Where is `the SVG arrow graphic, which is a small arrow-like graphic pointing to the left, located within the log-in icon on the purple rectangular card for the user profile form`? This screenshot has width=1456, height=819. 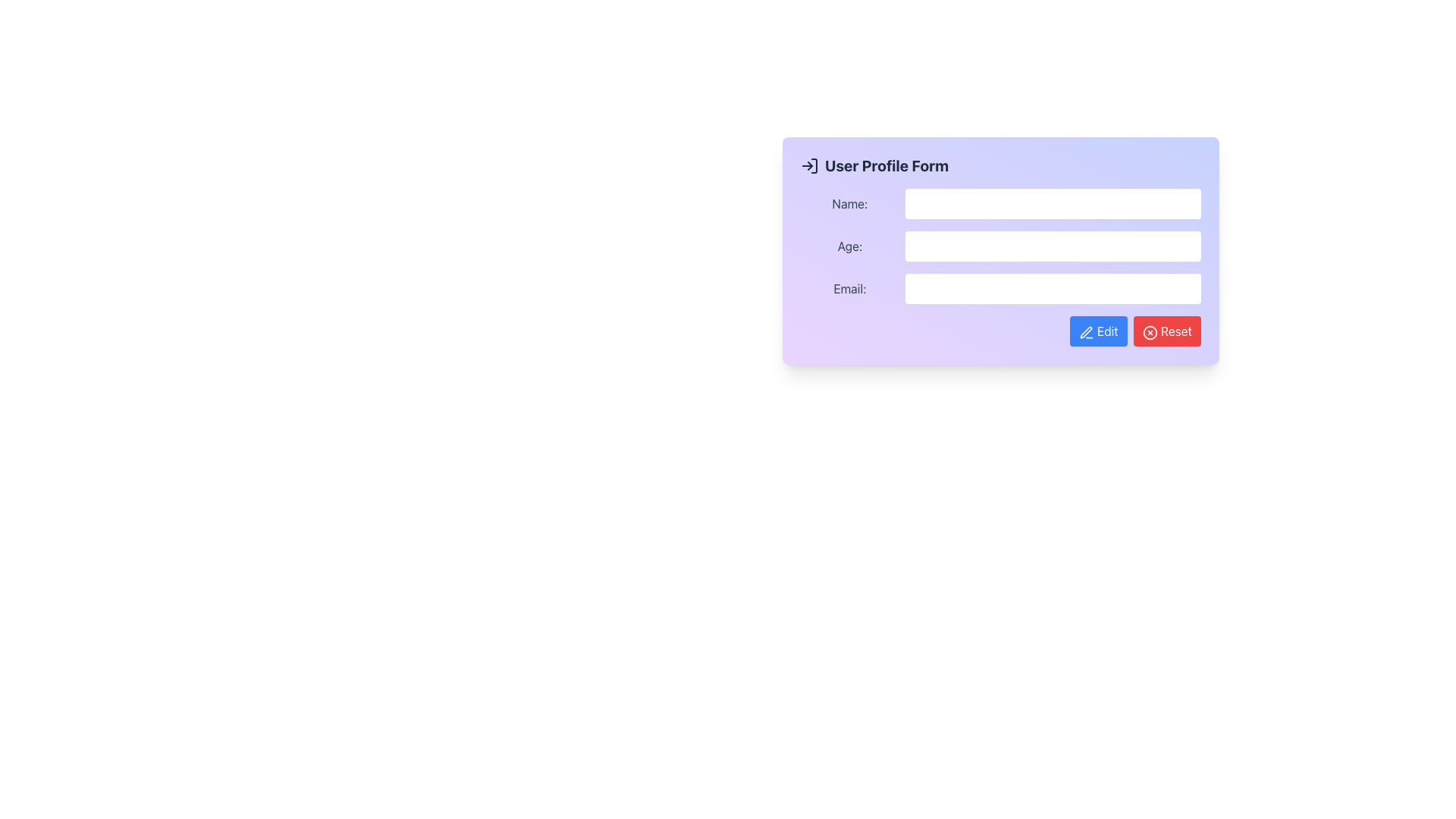
the SVG arrow graphic, which is a small arrow-like graphic pointing to the left, located within the log-in icon on the purple rectangular card for the user profile form is located at coordinates (809, 166).